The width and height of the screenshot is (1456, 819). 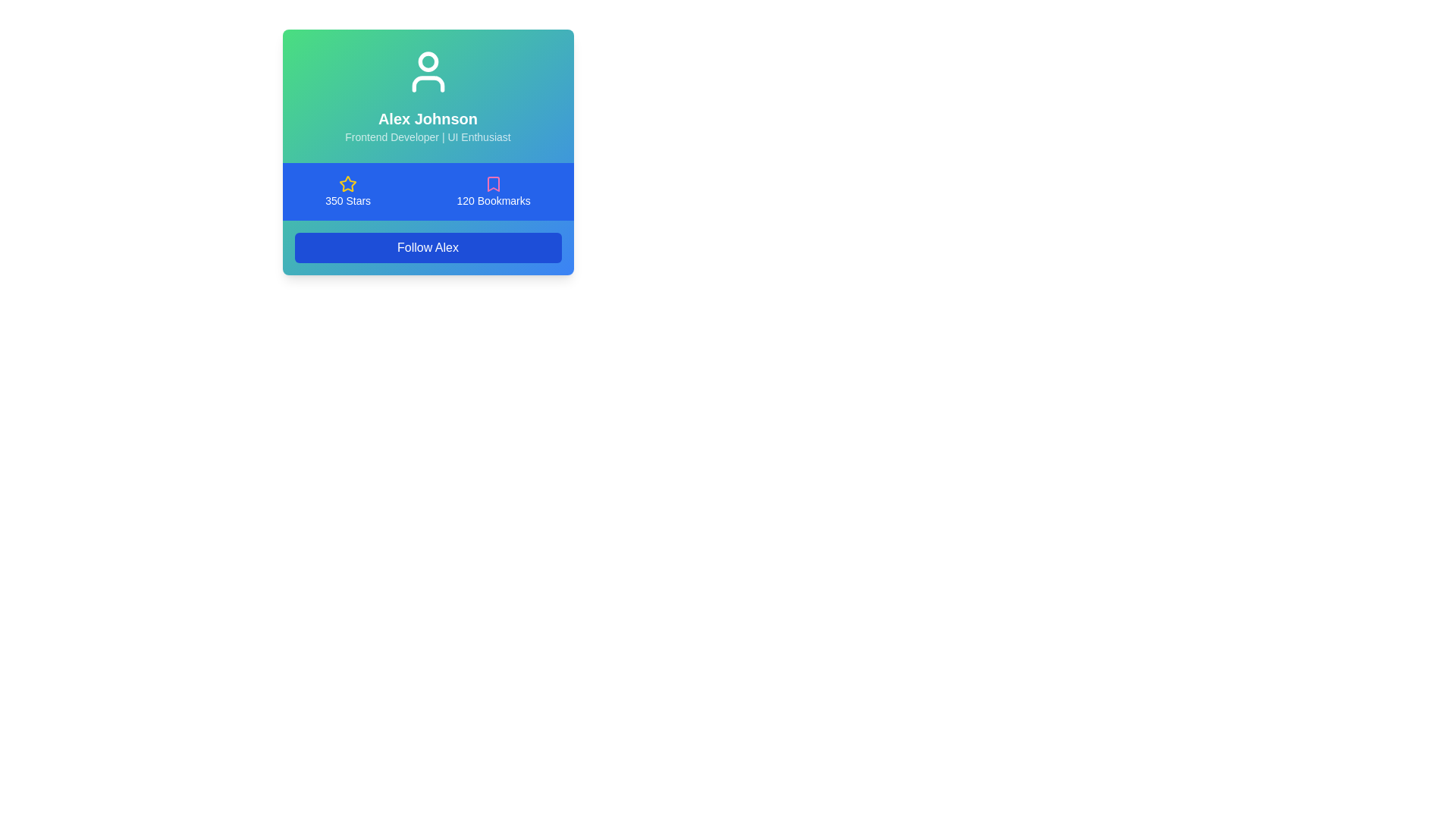 I want to click on the follow button for user 'Alex Johnson', so click(x=427, y=247).